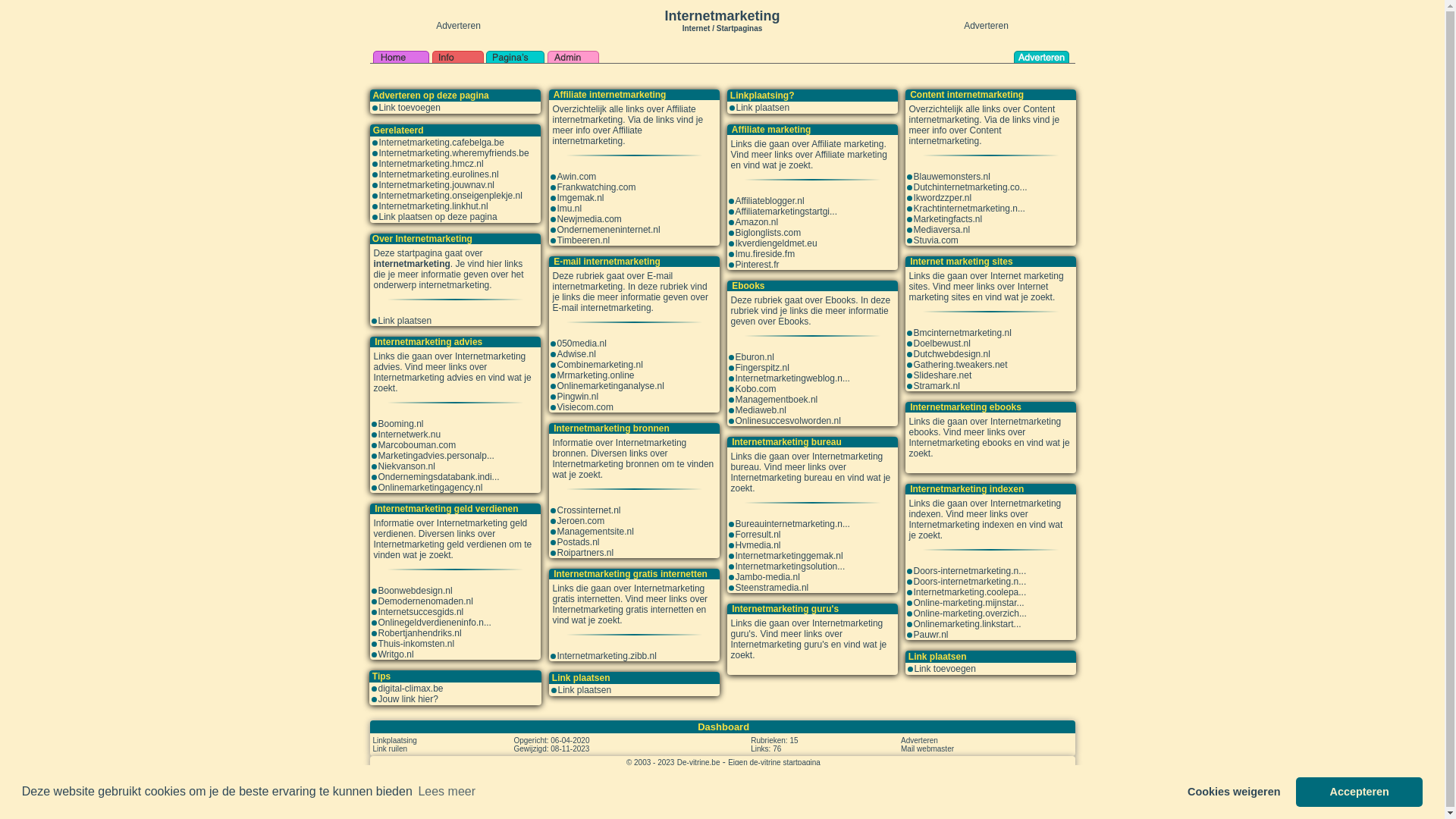 The image size is (1456, 819). Describe the element at coordinates (735, 356) in the screenshot. I see `'Eburon.nl'` at that location.